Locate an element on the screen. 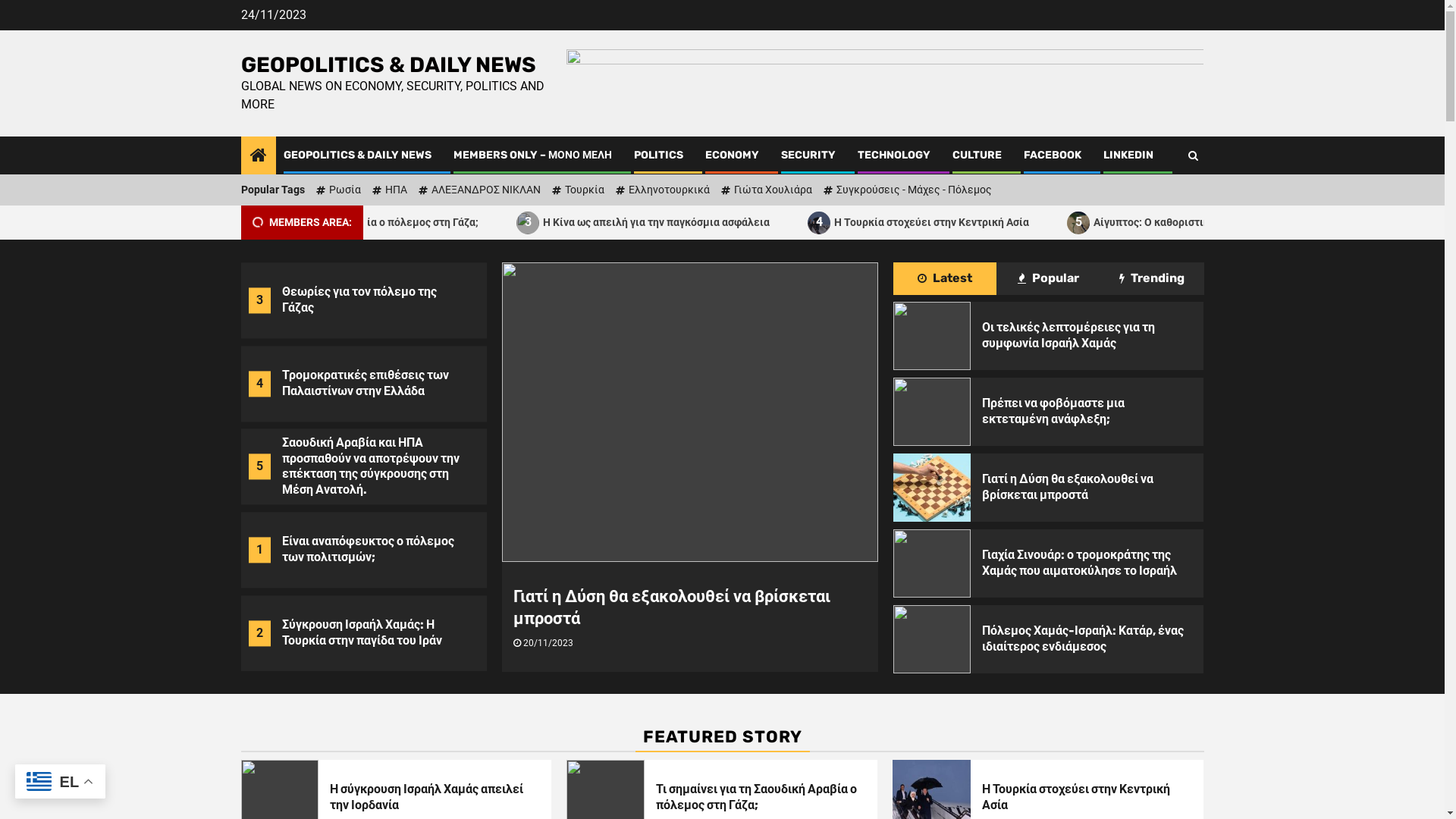 This screenshot has width=1456, height=819. 'SECURITY' is located at coordinates (781, 155).